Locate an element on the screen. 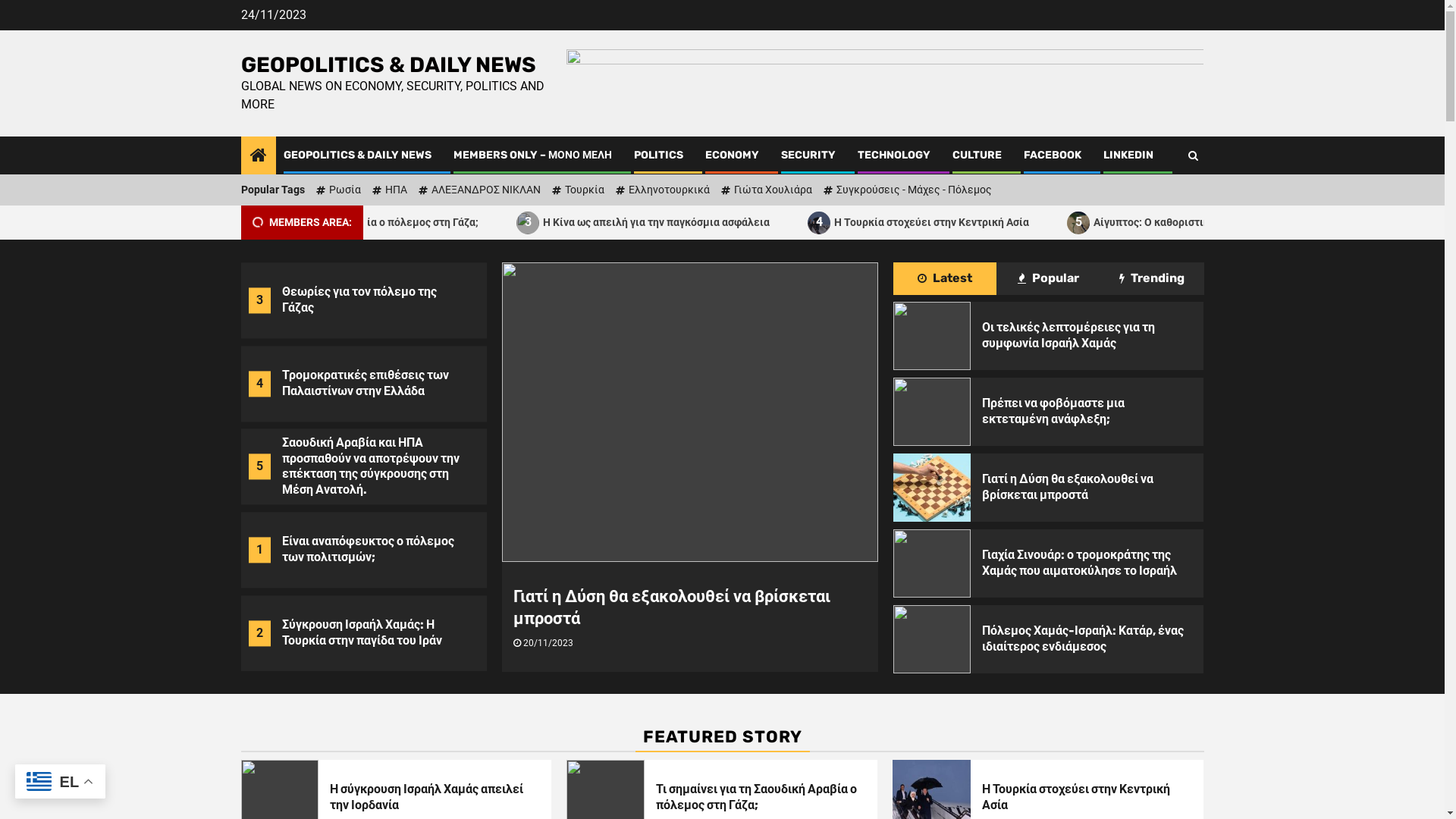 This screenshot has width=1456, height=819. 'SECURITY' is located at coordinates (781, 155).